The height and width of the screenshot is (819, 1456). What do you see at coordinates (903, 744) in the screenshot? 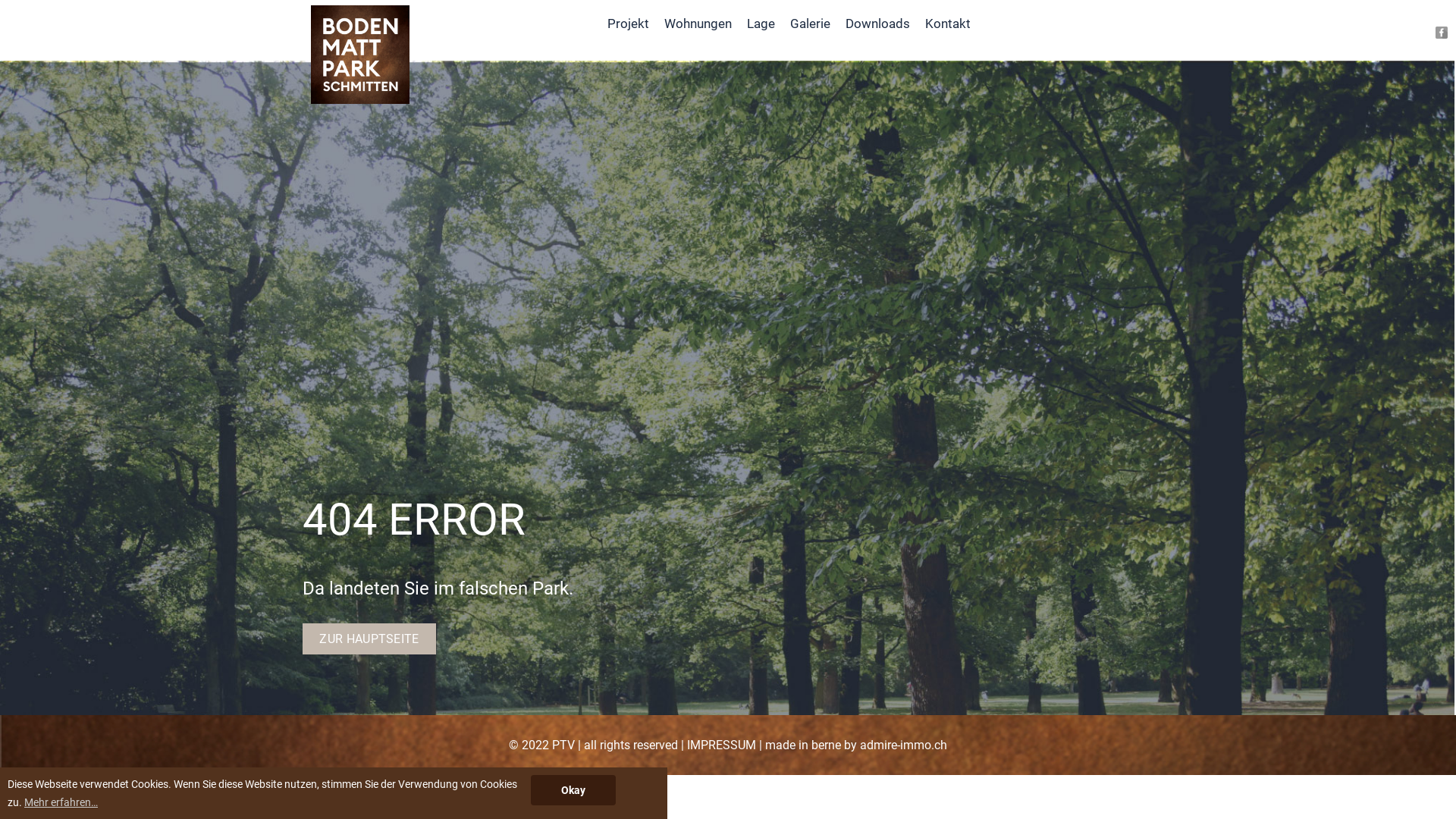
I see `'admire-immo.ch'` at bounding box center [903, 744].